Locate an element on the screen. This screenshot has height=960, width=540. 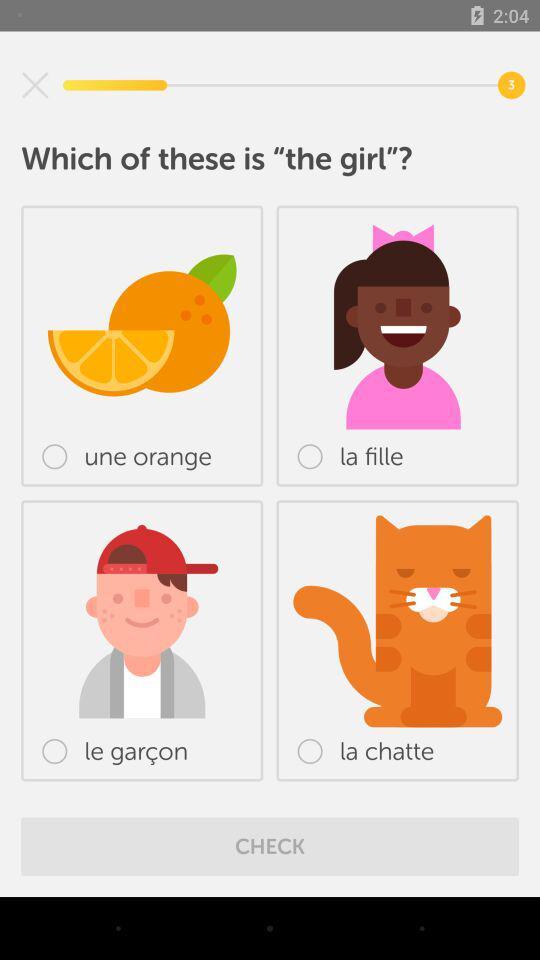
the application is located at coordinates (35, 85).